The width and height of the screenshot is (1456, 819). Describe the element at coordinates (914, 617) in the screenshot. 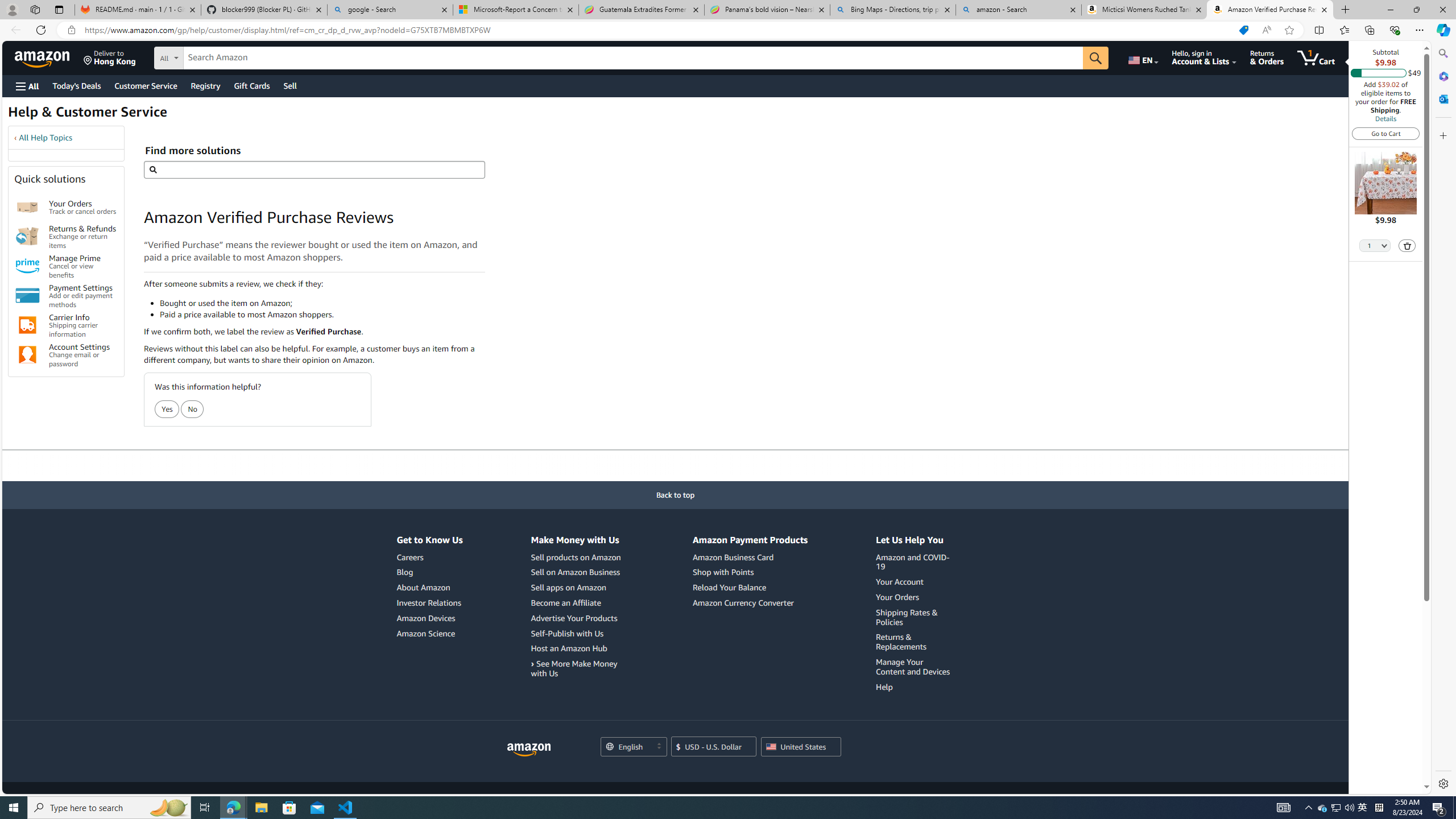

I see `'Shipping Rates & Policies'` at that location.